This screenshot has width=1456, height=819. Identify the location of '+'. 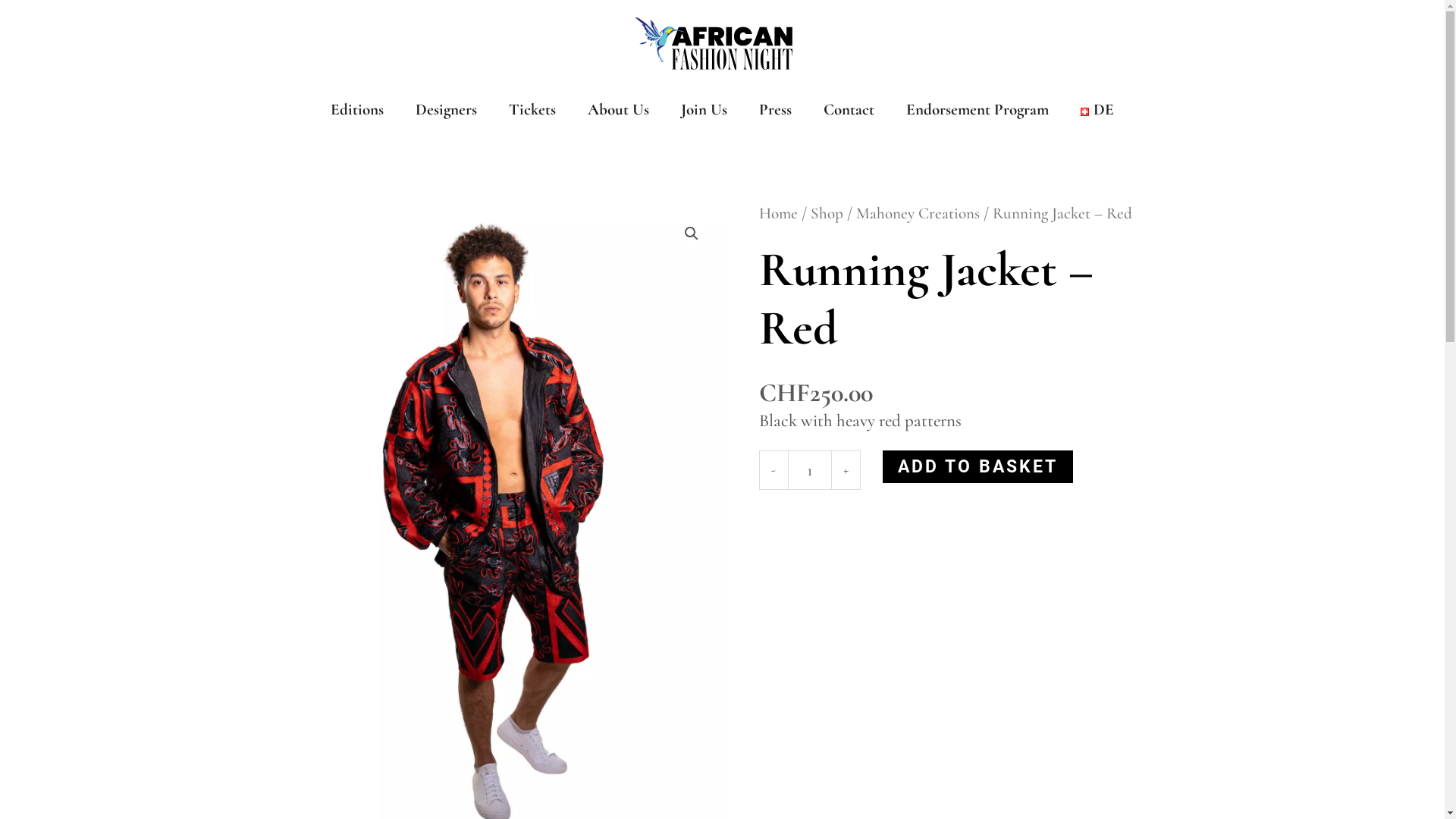
(844, 469).